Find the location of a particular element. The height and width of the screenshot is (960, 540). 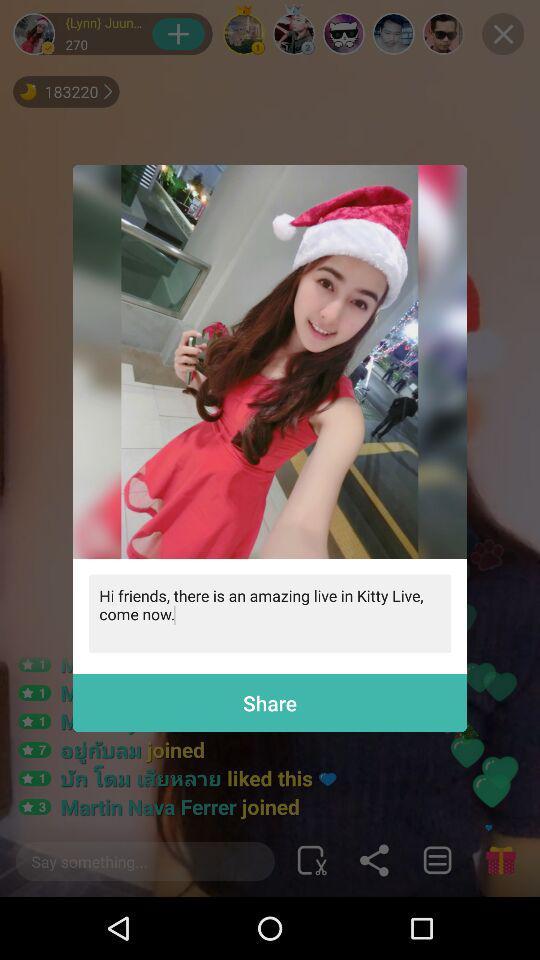

the item above the hi friends there item is located at coordinates (270, 360).